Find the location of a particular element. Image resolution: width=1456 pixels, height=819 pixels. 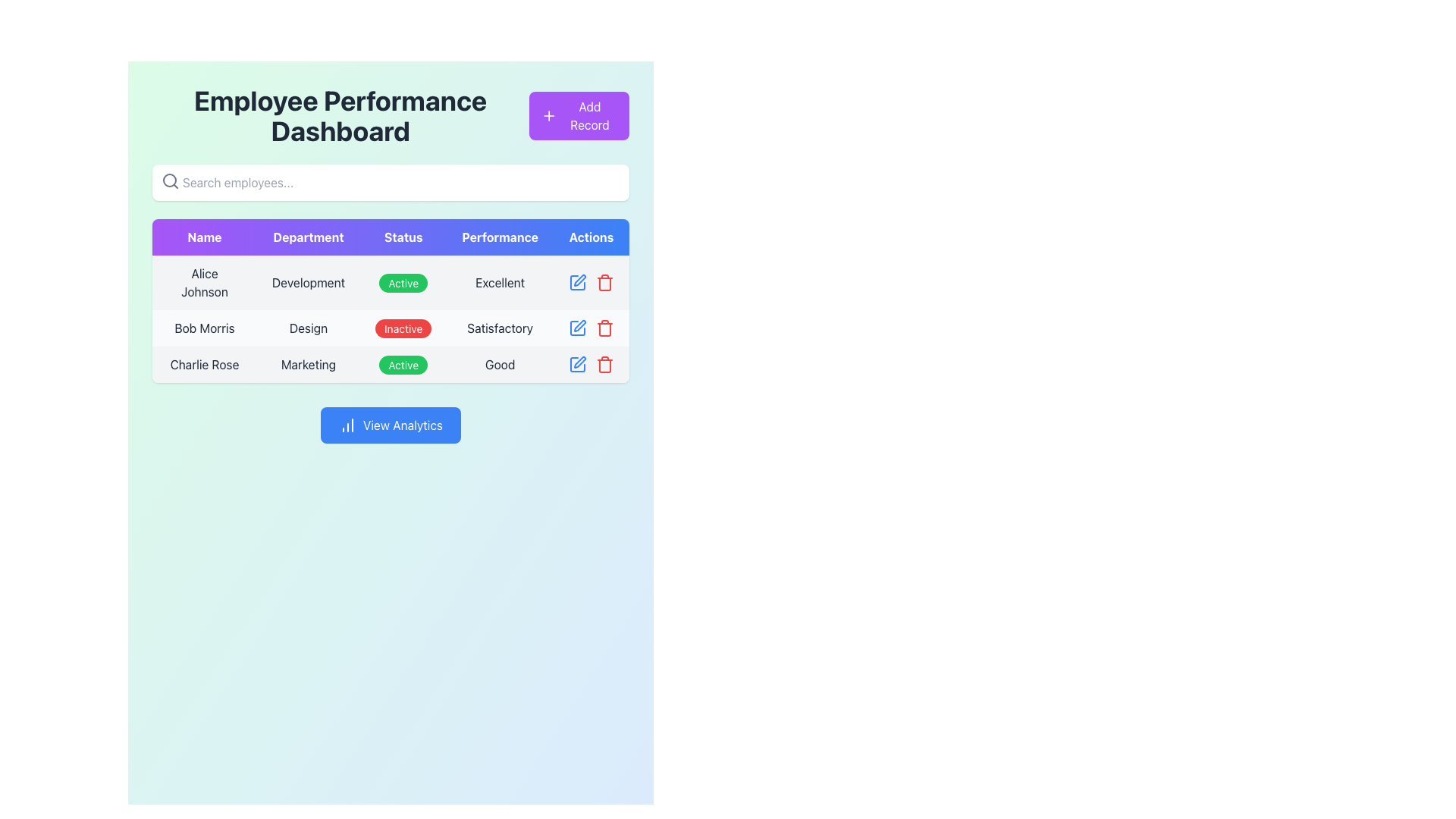

the plus icon in the 'Add Record' button located at the top right corner of the 'Employee Performance Dashboard' to observe any hover effects is located at coordinates (548, 115).